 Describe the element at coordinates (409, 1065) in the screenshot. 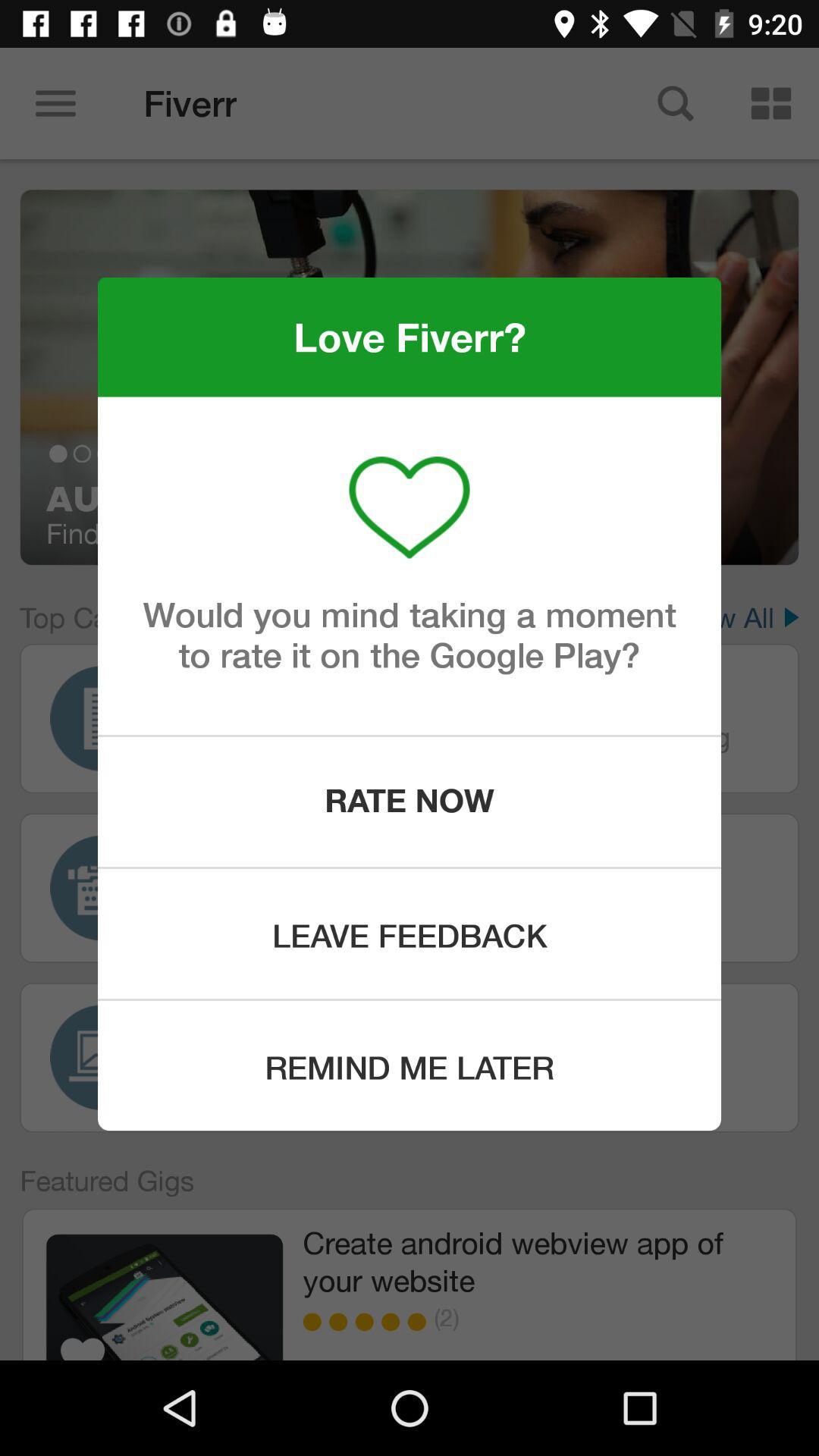

I see `remind me later icon` at that location.